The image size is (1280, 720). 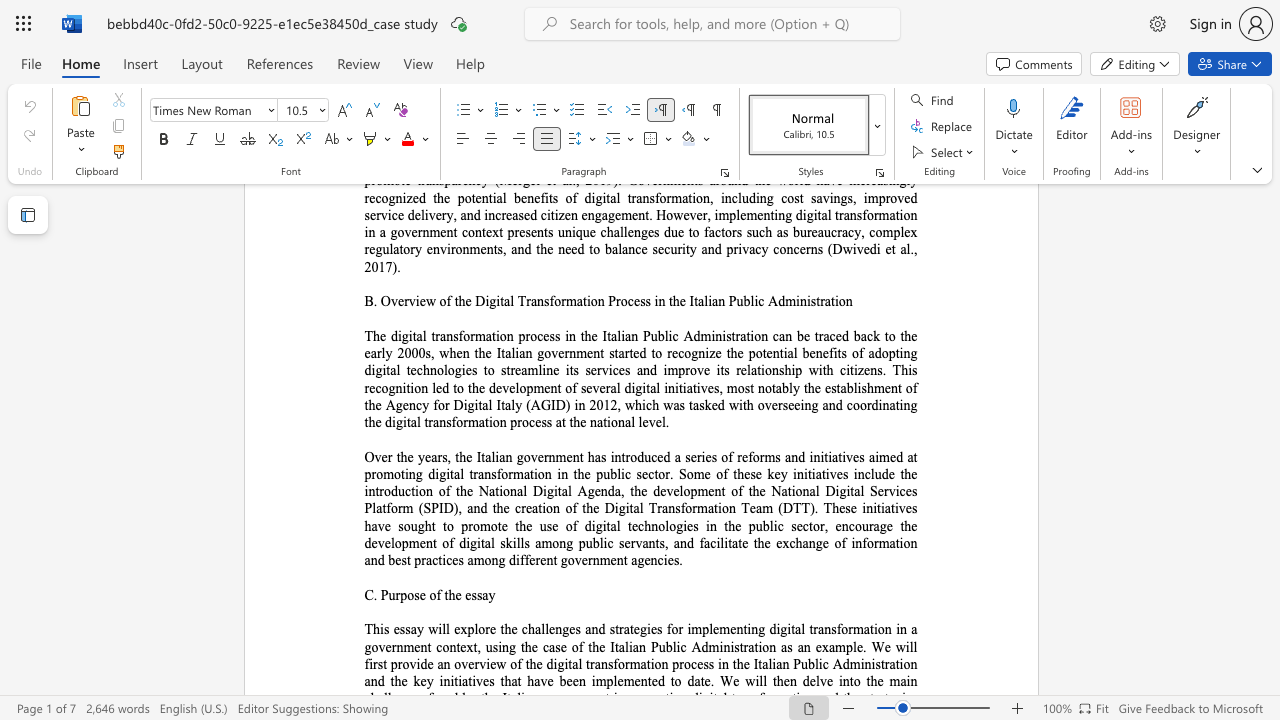 What do you see at coordinates (687, 370) in the screenshot?
I see `the 12th character "r" in the text` at bounding box center [687, 370].